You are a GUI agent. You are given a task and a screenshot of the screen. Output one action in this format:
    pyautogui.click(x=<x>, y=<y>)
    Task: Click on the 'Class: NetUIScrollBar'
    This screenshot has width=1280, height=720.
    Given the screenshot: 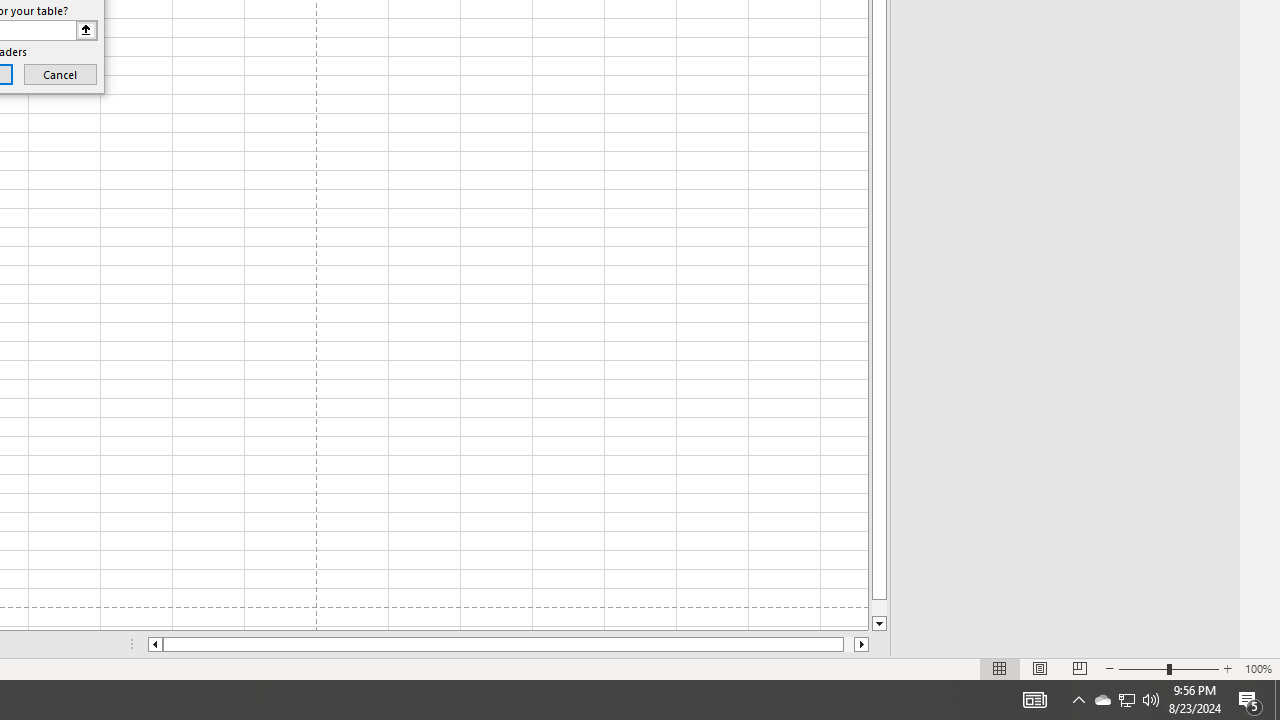 What is the action you would take?
    pyautogui.click(x=508, y=644)
    